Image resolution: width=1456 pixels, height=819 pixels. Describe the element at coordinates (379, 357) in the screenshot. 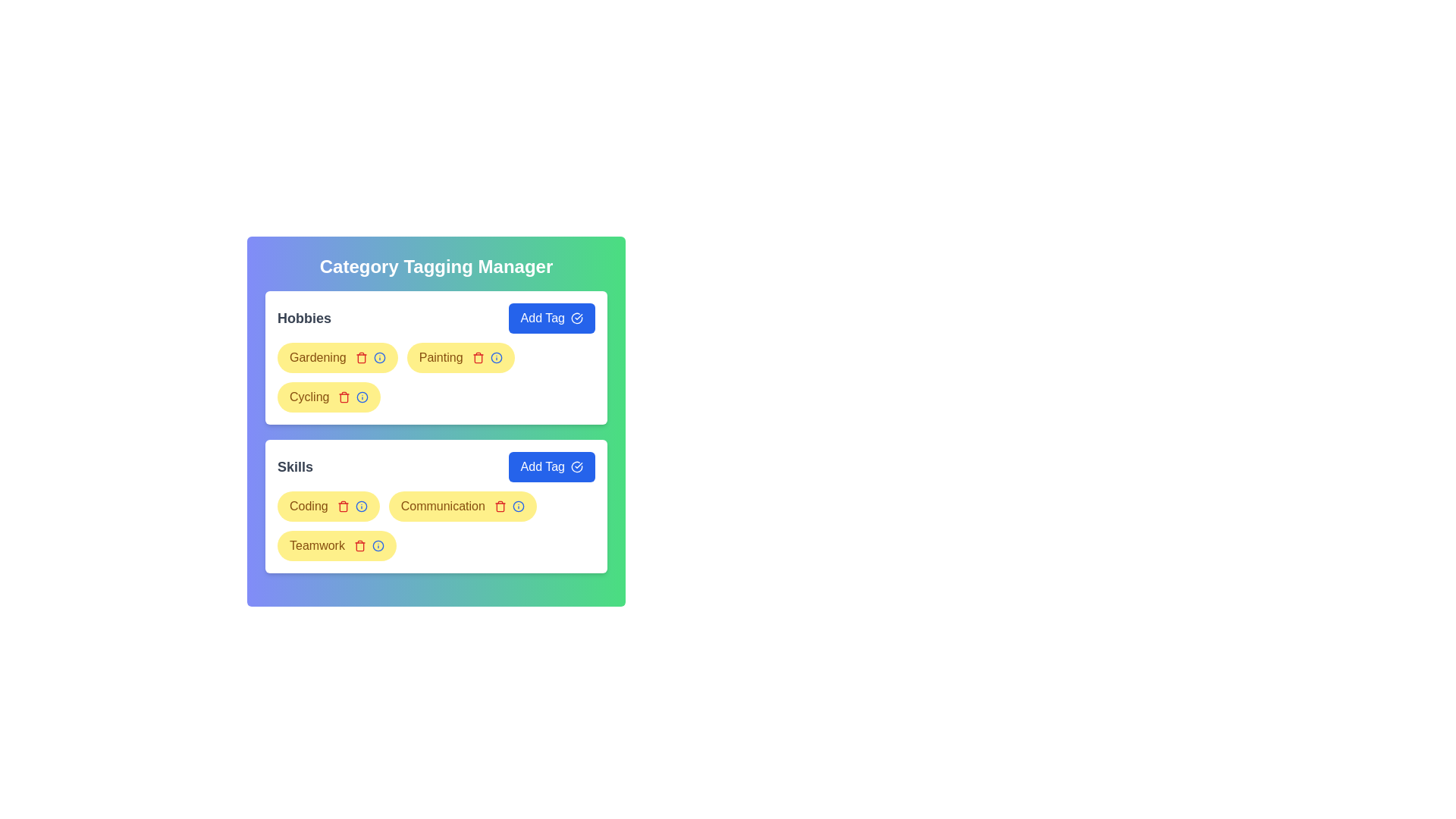

I see `the information icon located to the right of the 'Gardening' badge in the 'Hobbies' section of the 'Category Tagging Manager' module` at that location.